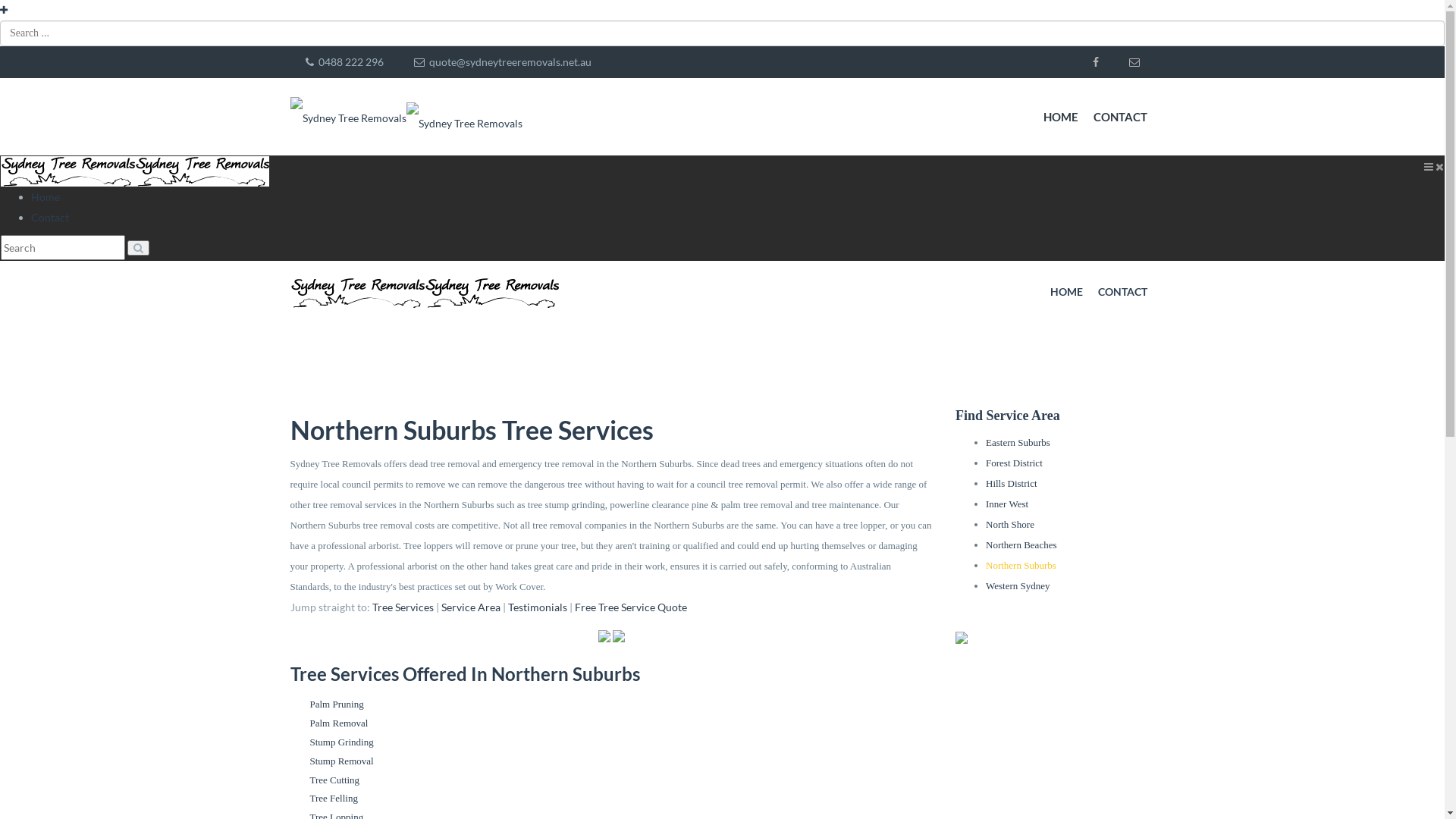 The image size is (1456, 819). Describe the element at coordinates (1021, 565) in the screenshot. I see `'Northern Suburbs'` at that location.